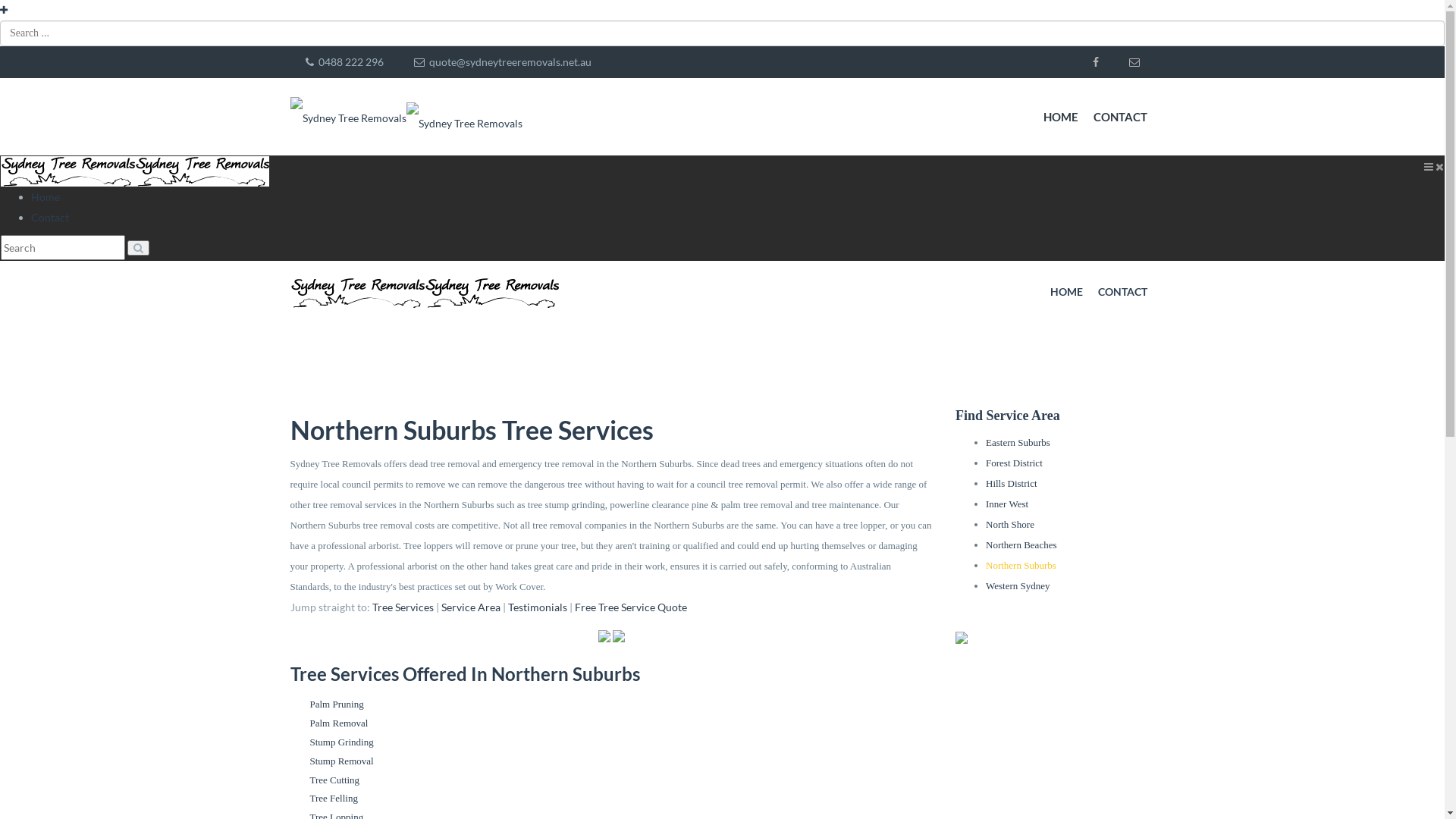 The image size is (1456, 819). Describe the element at coordinates (1021, 565) in the screenshot. I see `'Northern Suburbs'` at that location.